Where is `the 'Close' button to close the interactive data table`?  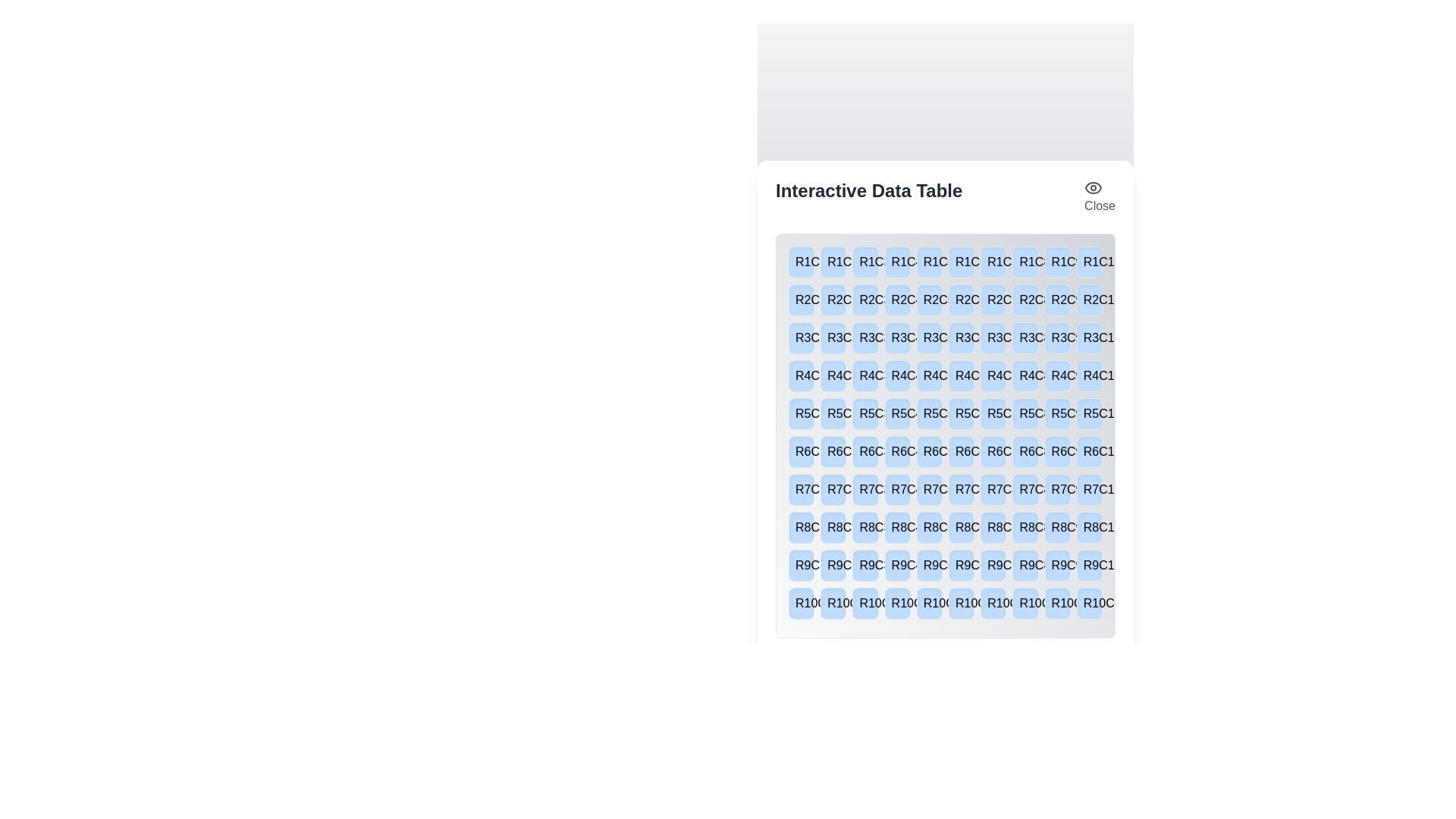
the 'Close' button to close the interactive data table is located at coordinates (1099, 196).